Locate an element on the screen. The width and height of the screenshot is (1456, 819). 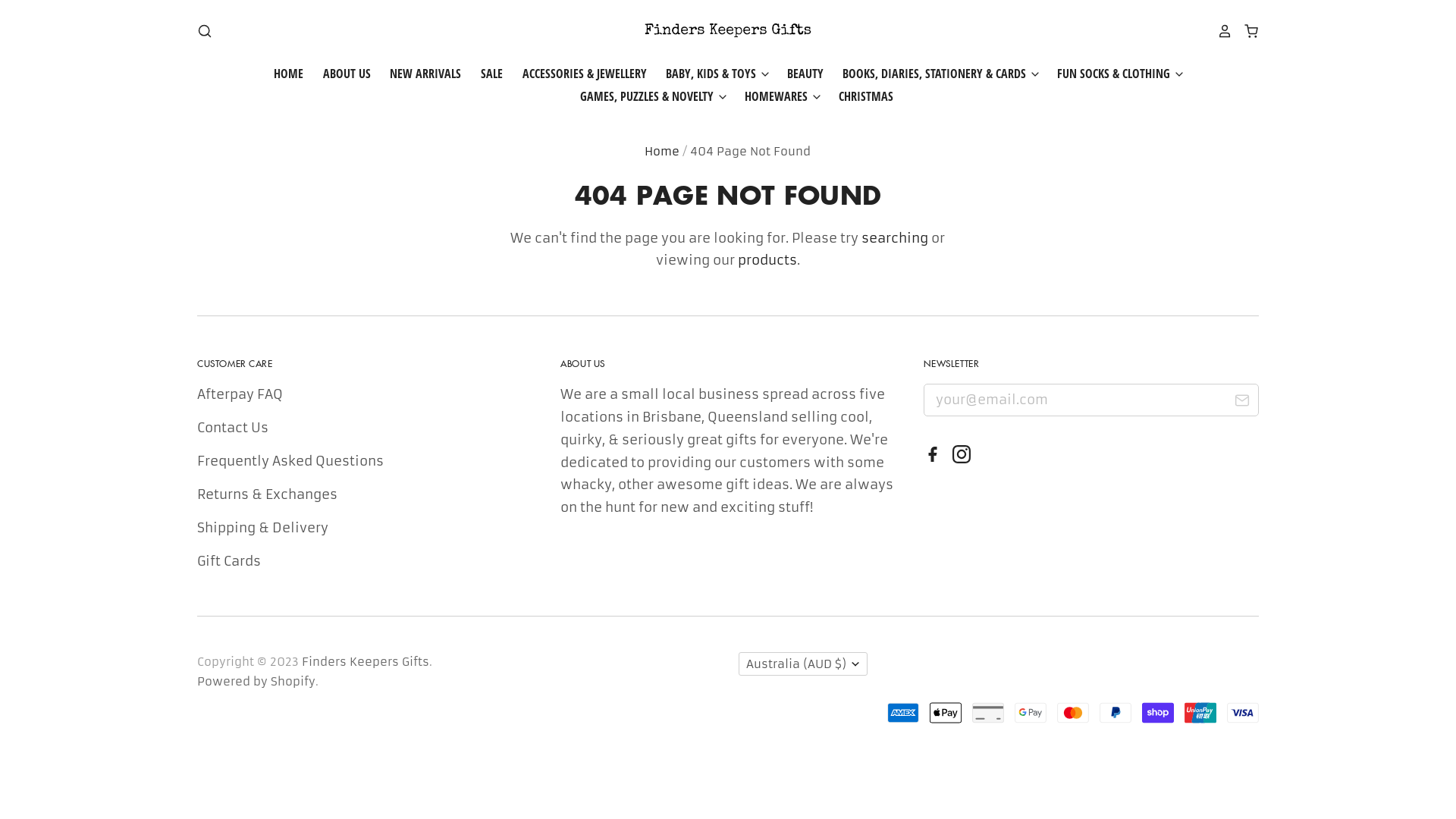
'CHRISTMAS' is located at coordinates (819, 96).